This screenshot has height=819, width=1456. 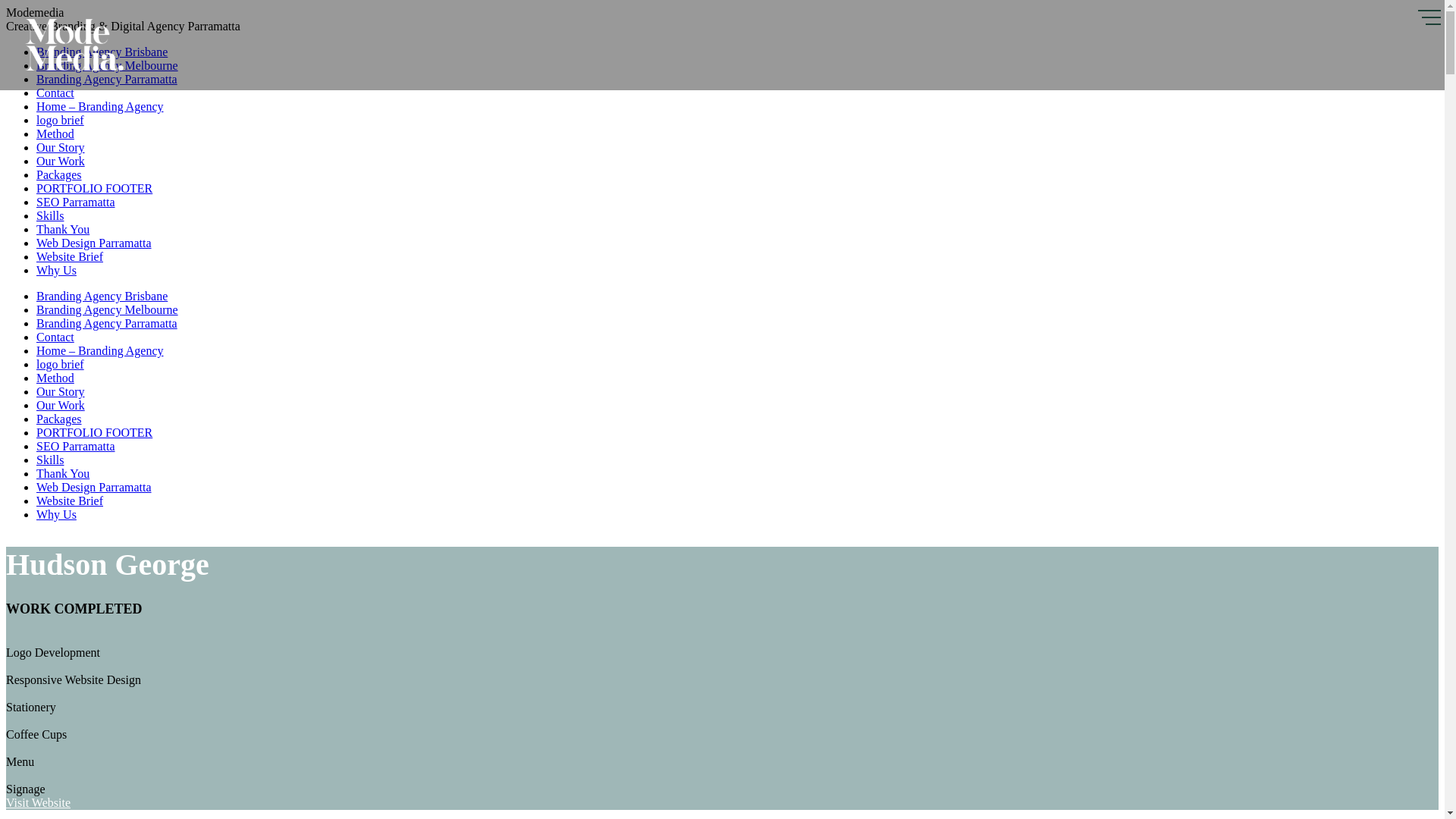 I want to click on 'Branding Agency Brisbane', so click(x=101, y=296).